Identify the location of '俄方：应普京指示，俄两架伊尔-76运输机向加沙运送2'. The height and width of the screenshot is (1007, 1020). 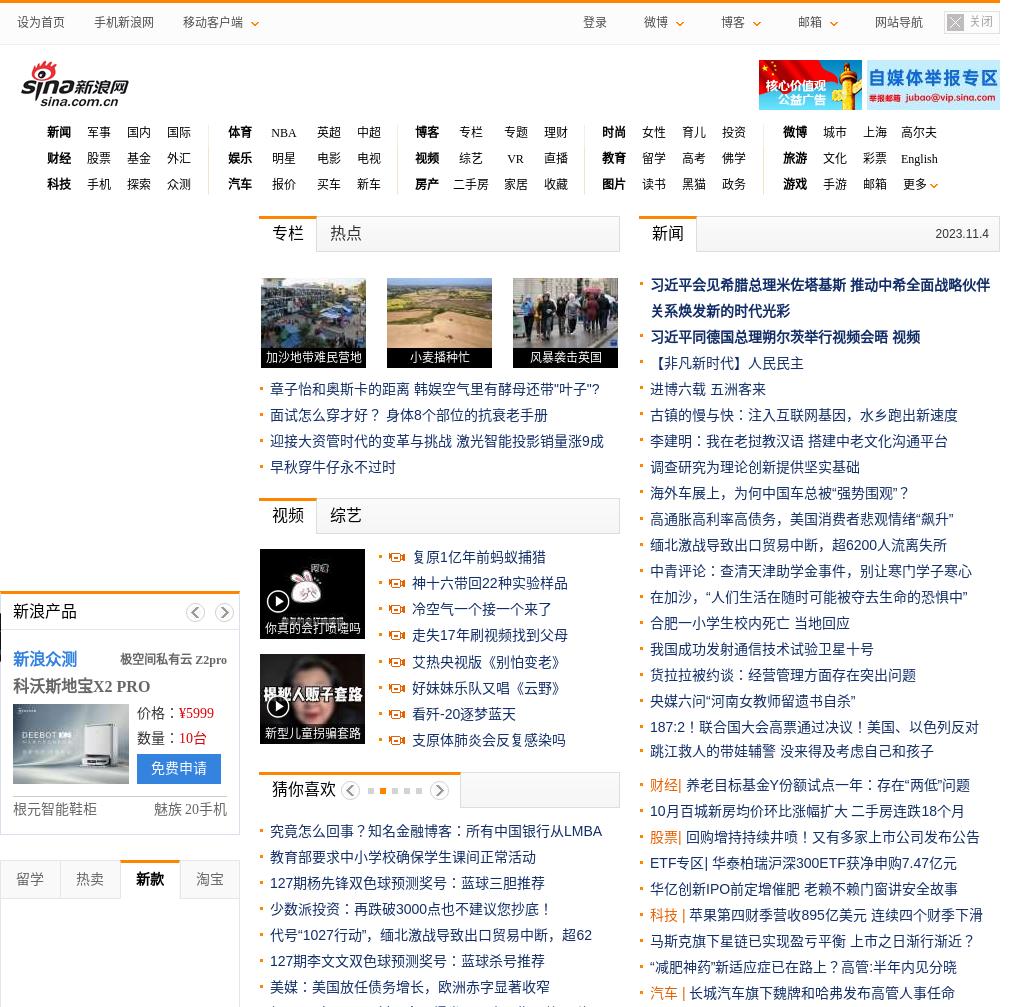
(628, 908).